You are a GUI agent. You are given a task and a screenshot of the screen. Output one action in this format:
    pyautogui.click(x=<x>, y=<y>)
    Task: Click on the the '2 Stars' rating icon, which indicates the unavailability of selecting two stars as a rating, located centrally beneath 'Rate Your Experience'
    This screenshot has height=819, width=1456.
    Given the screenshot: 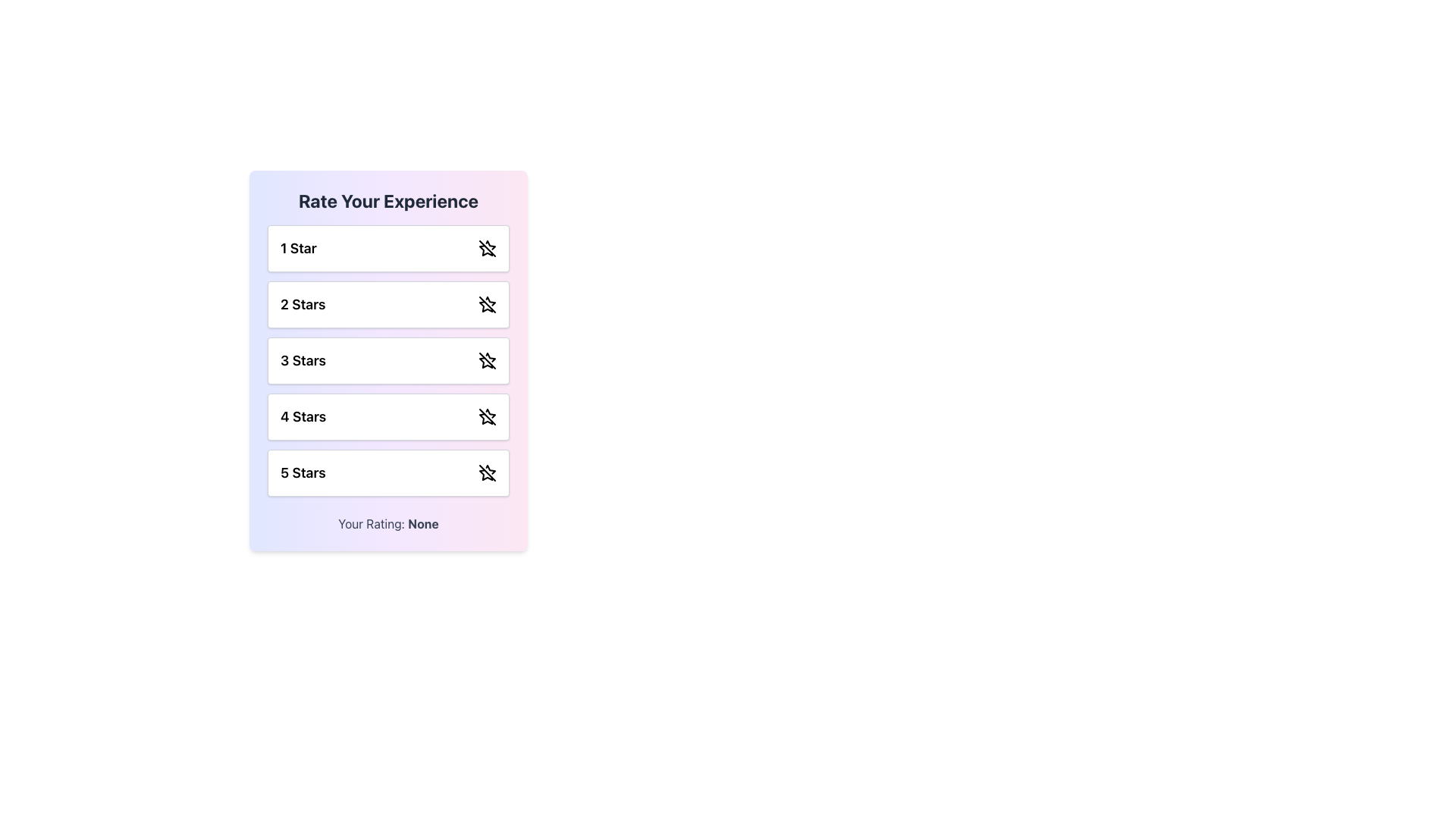 What is the action you would take?
    pyautogui.click(x=488, y=304)
    